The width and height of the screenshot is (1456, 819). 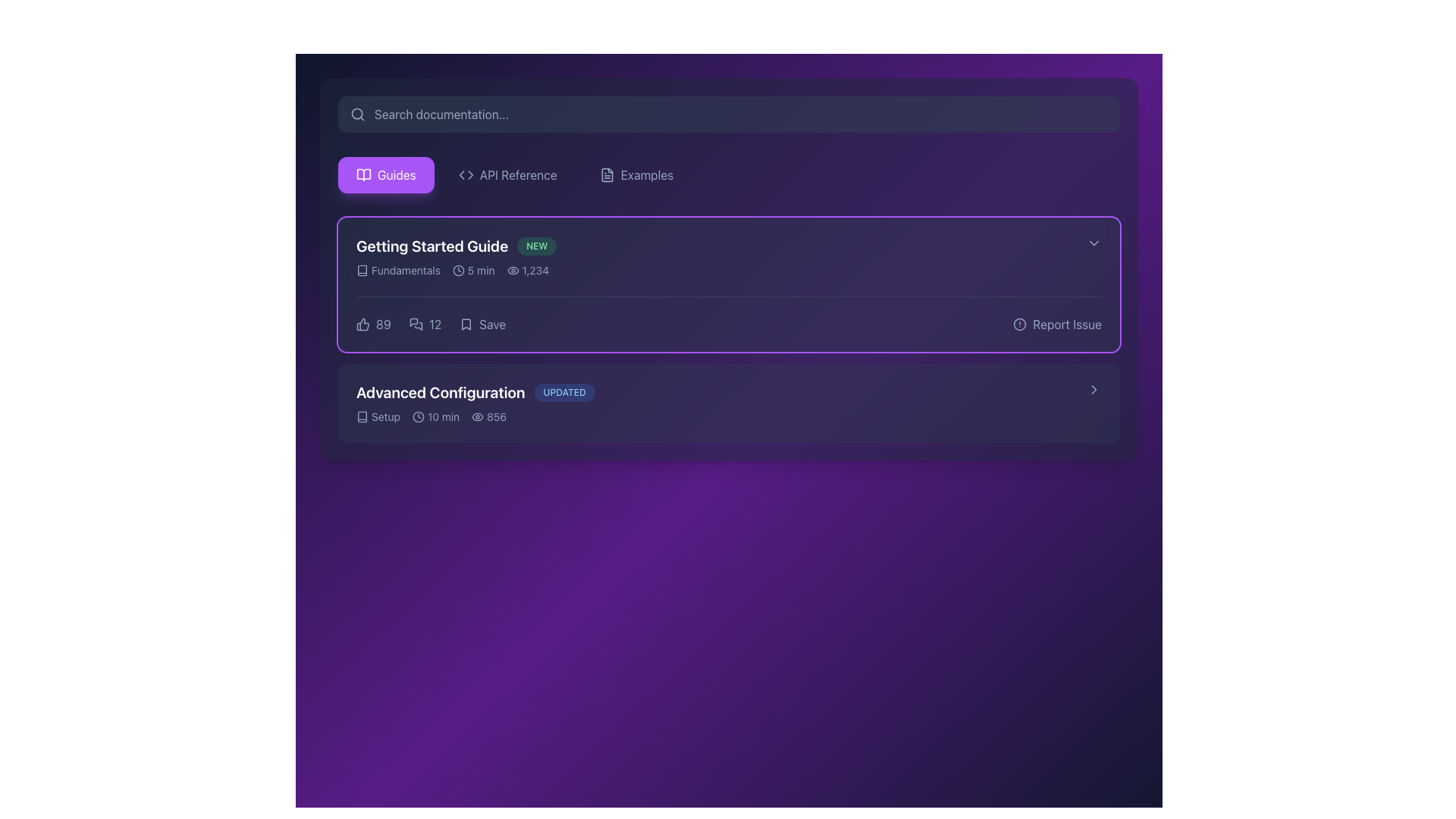 What do you see at coordinates (518, 174) in the screenshot?
I see `the text link labeled 'API Reference' located in the navigation bar, which appears to the right of the 'Guides' button and to the left of the 'Examples' button` at bounding box center [518, 174].